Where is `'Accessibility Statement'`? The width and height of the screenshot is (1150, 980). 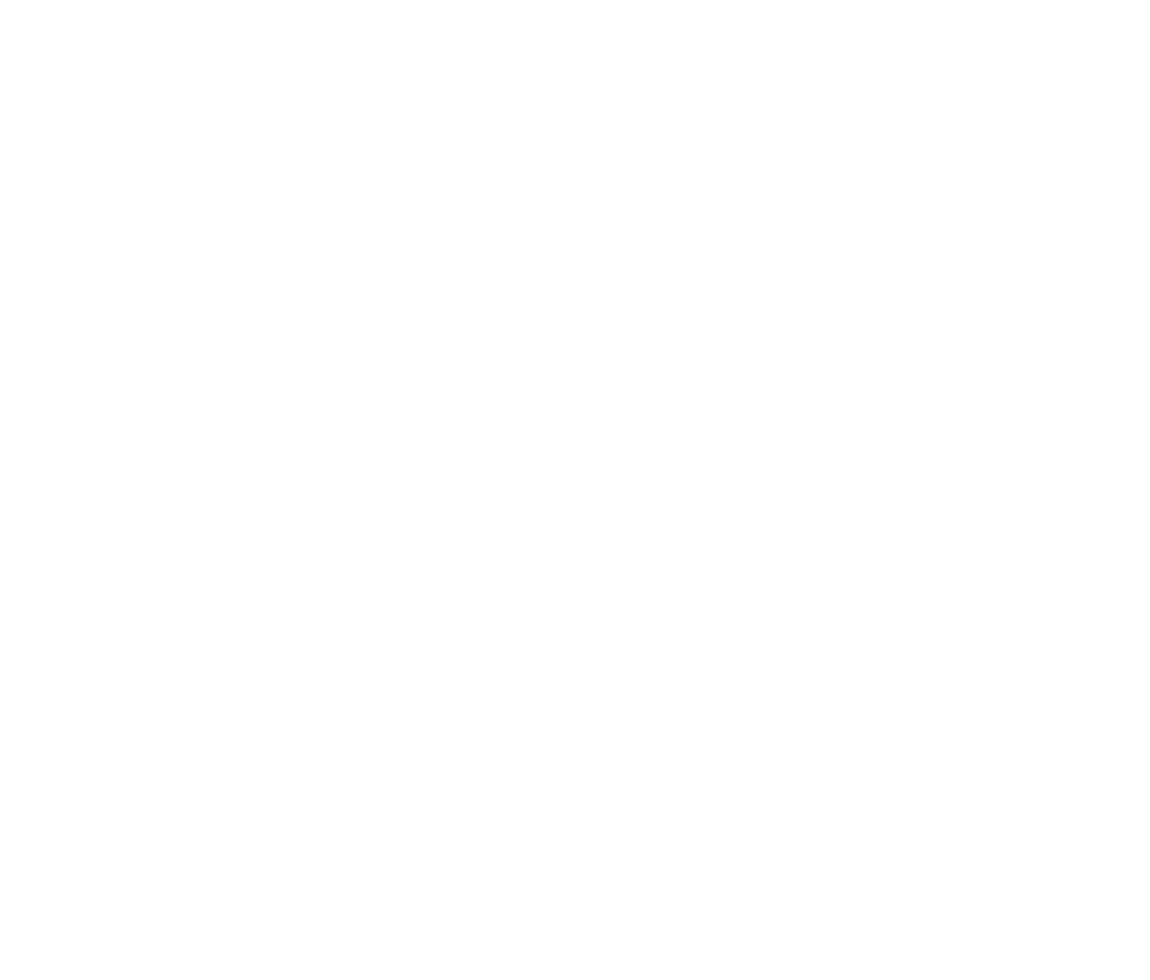
'Accessibility Statement' is located at coordinates (931, 803).